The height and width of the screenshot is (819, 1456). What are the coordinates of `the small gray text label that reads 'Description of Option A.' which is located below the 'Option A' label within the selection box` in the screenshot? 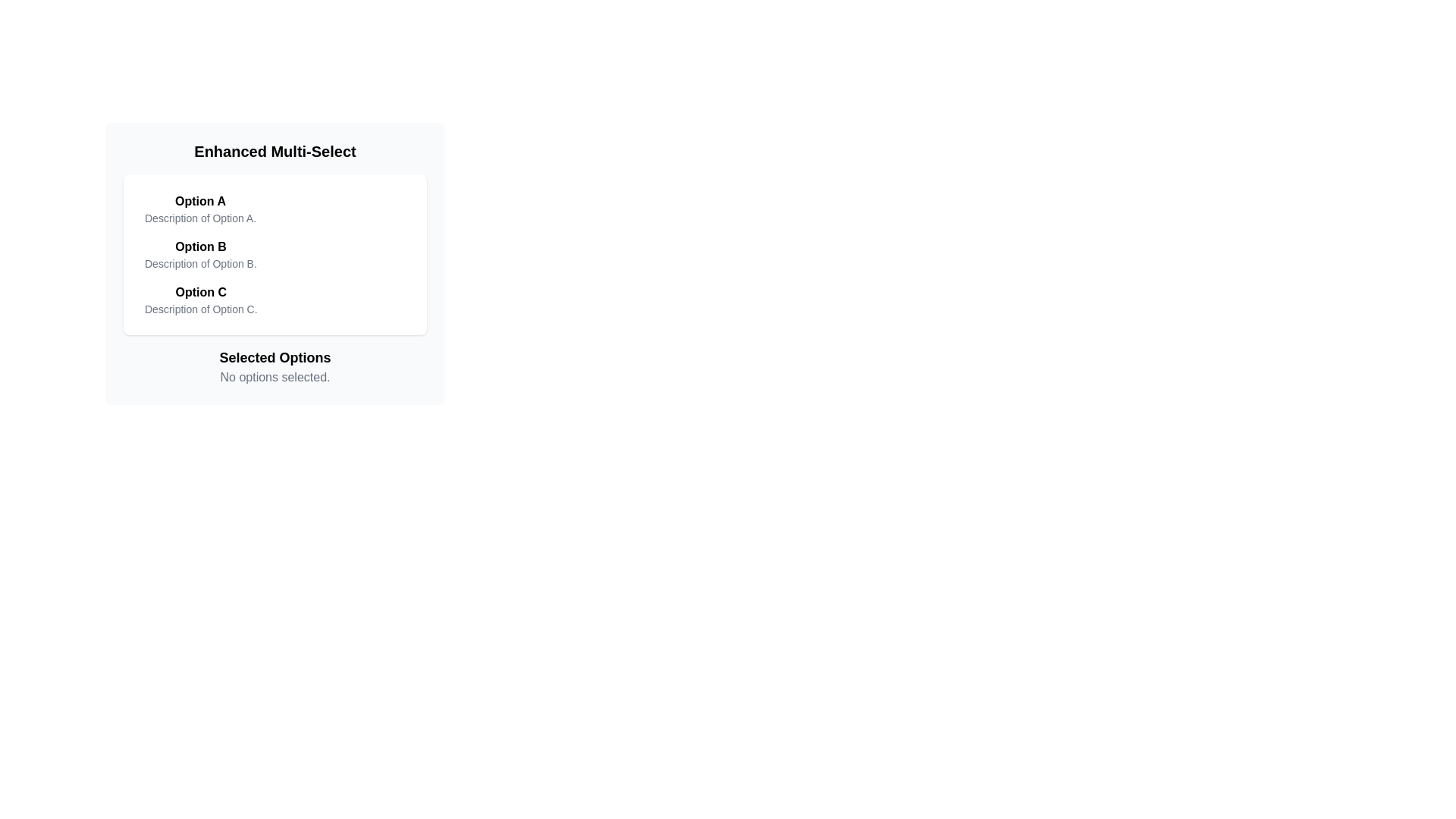 It's located at (199, 218).